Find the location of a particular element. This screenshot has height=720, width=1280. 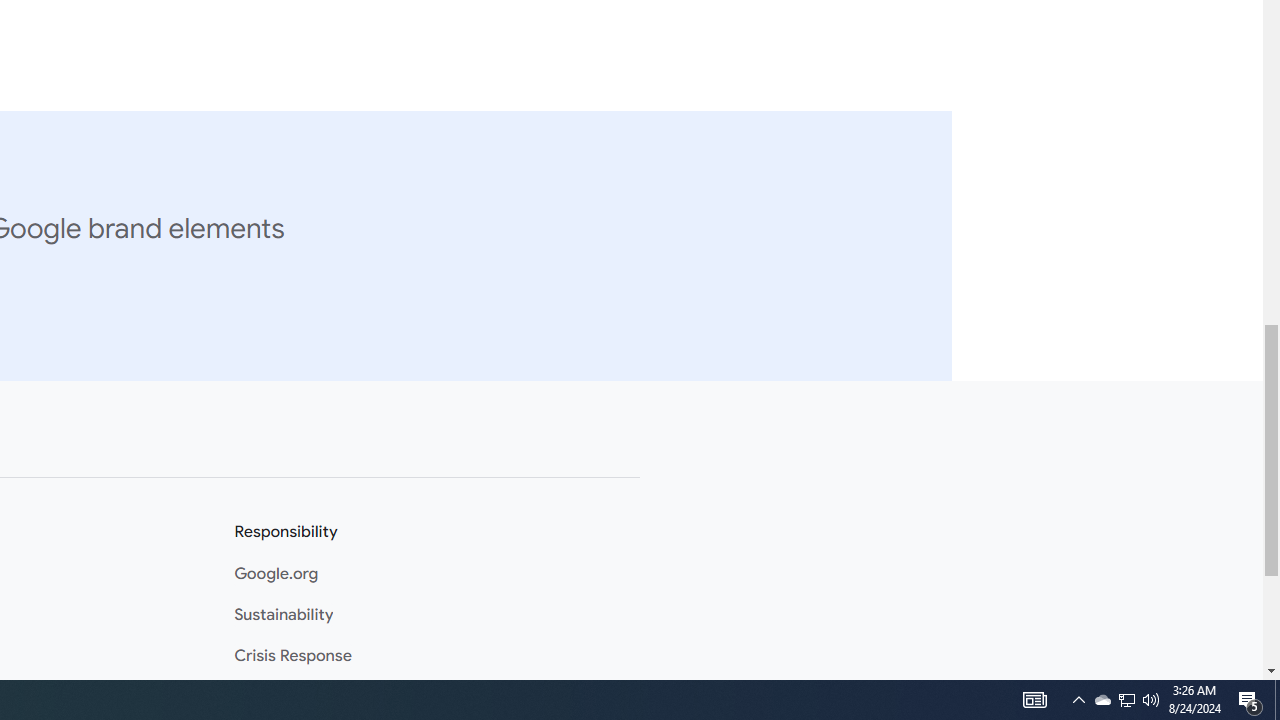

'Sustainability' is located at coordinates (283, 614).